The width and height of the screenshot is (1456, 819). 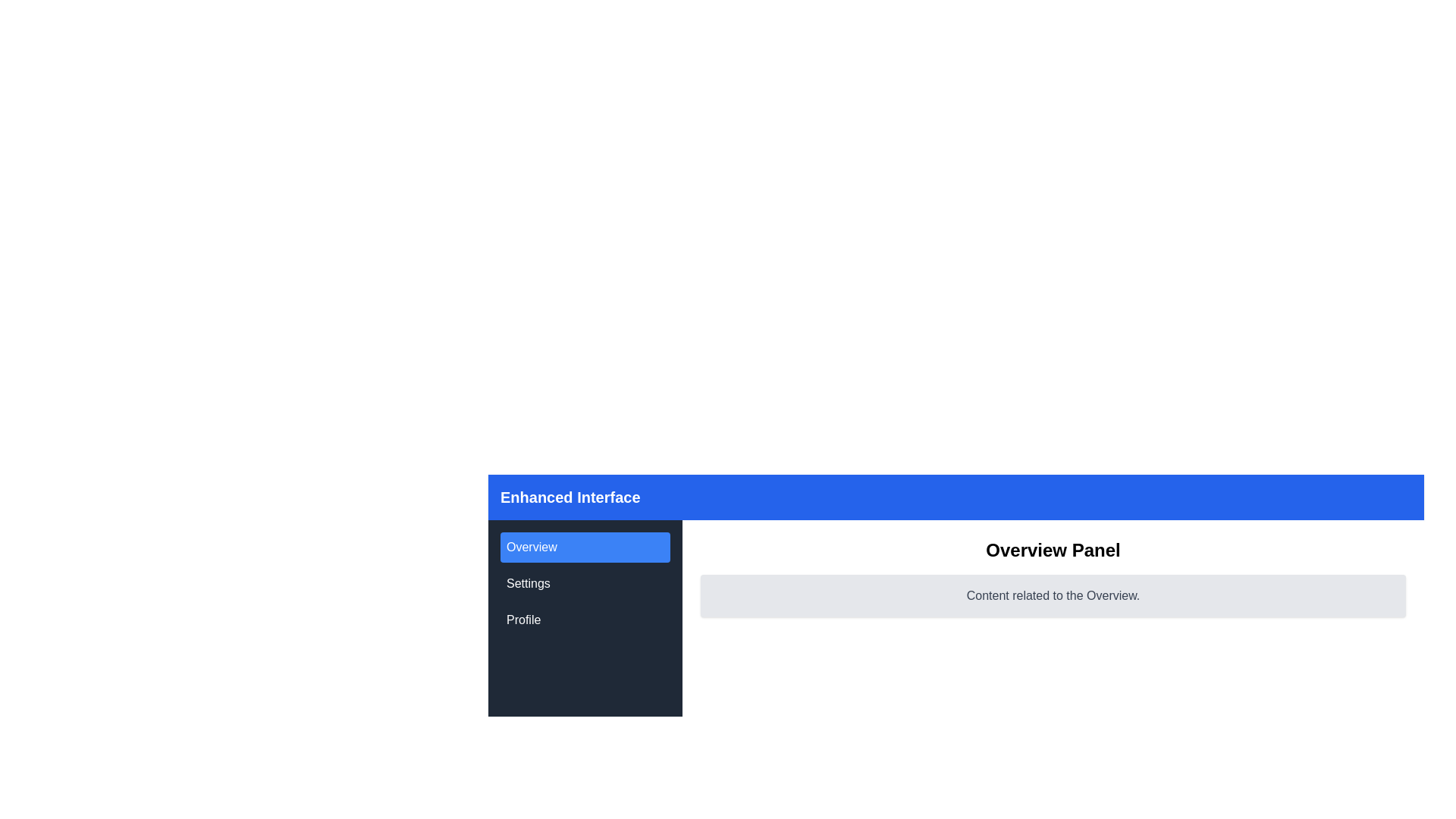 What do you see at coordinates (585, 583) in the screenshot?
I see `the 'Settings' button, which is the second item in the navigation panel` at bounding box center [585, 583].